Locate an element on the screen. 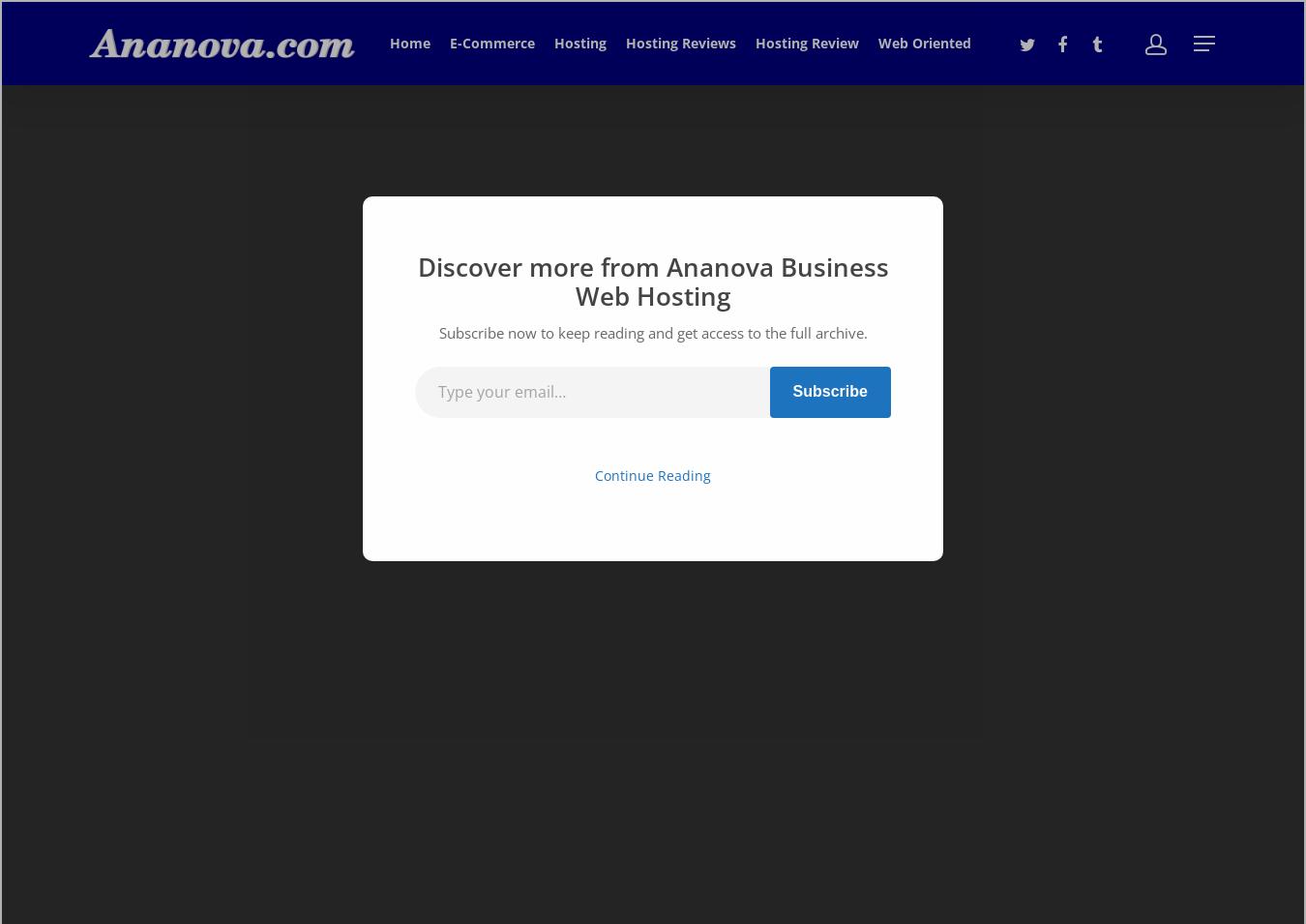 This screenshot has width=1306, height=924. 'Hosting Review' is located at coordinates (807, 42).